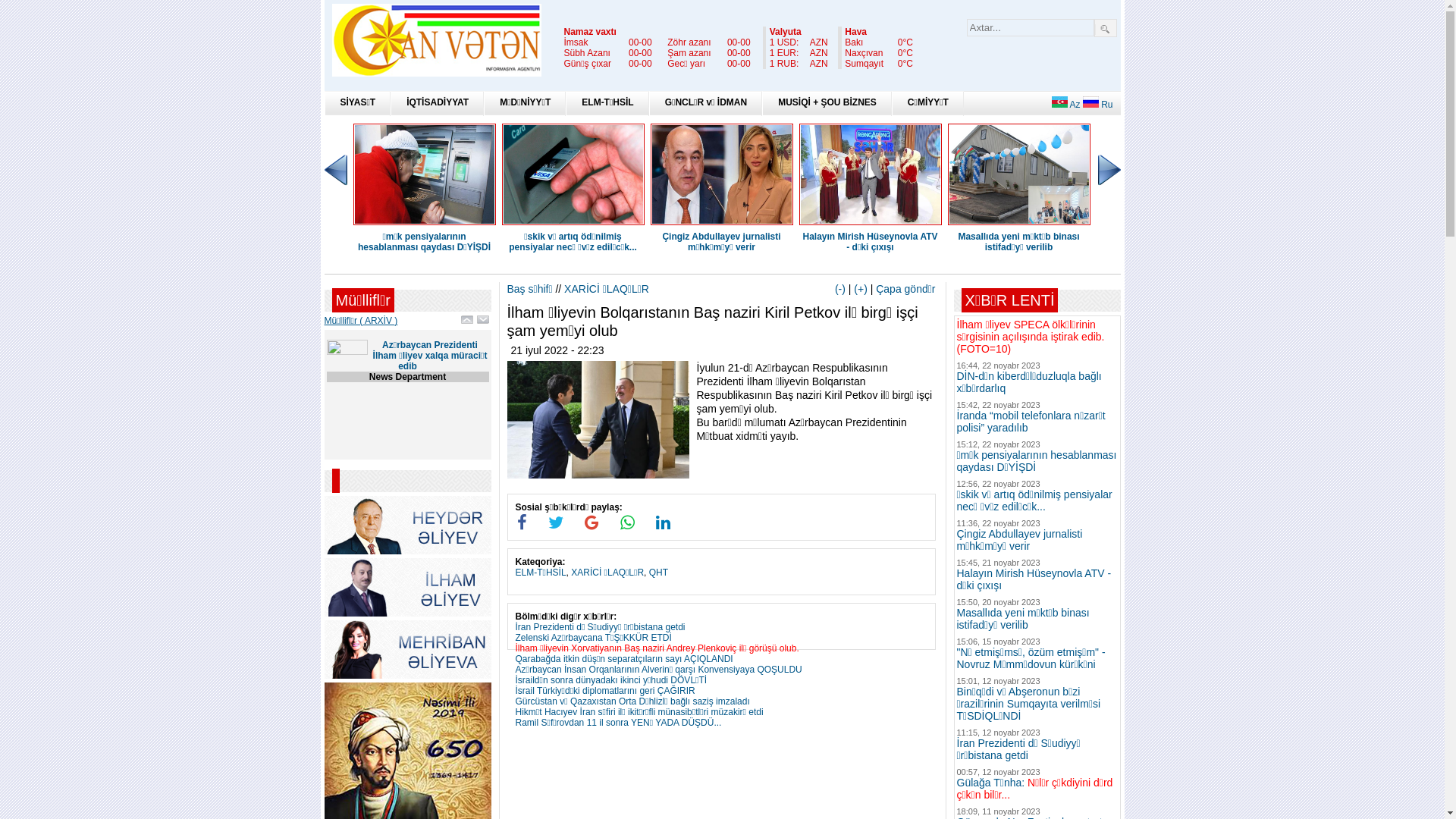  I want to click on 'QHT', so click(658, 573).